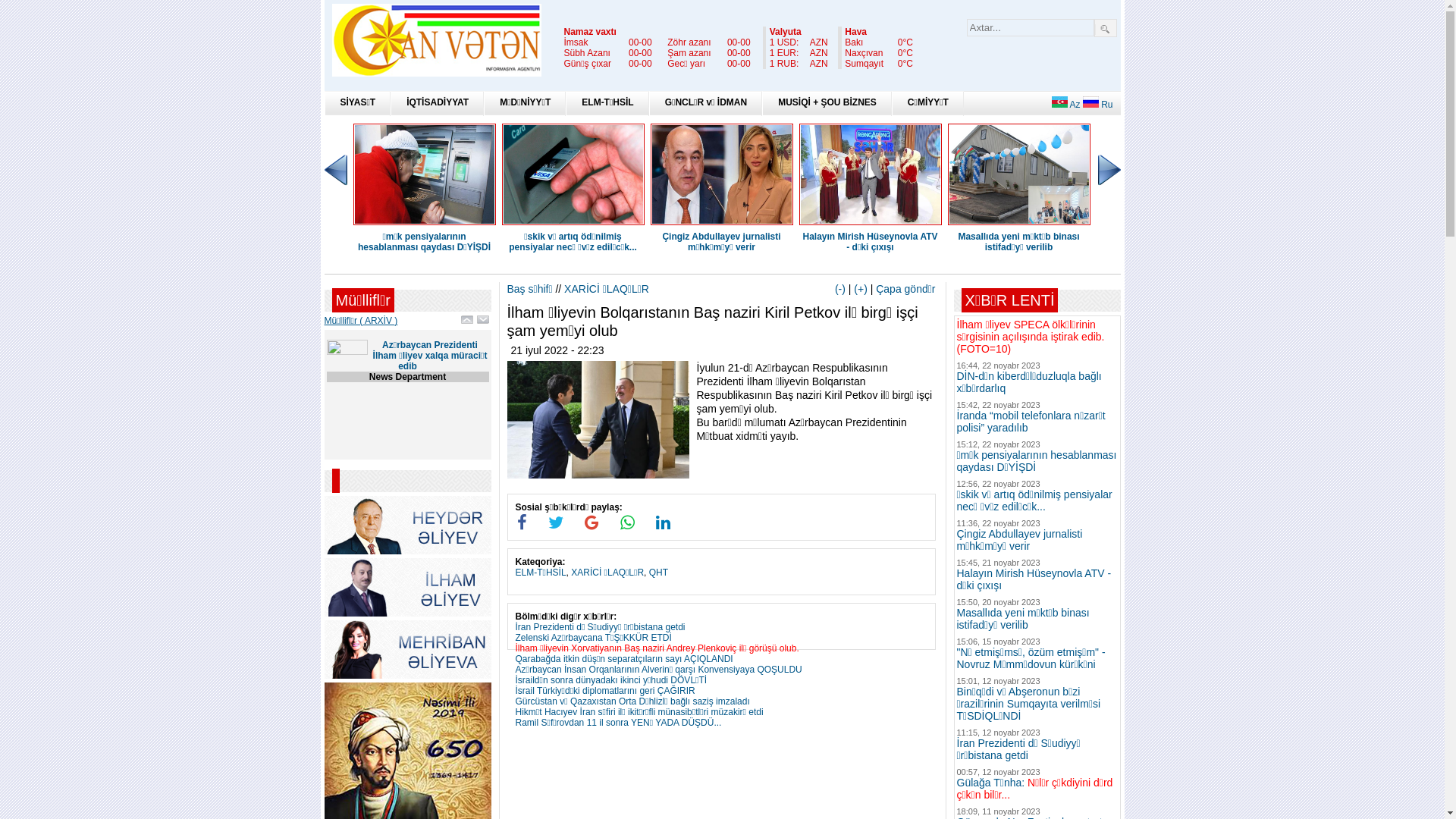  I want to click on 'QHT', so click(658, 573).